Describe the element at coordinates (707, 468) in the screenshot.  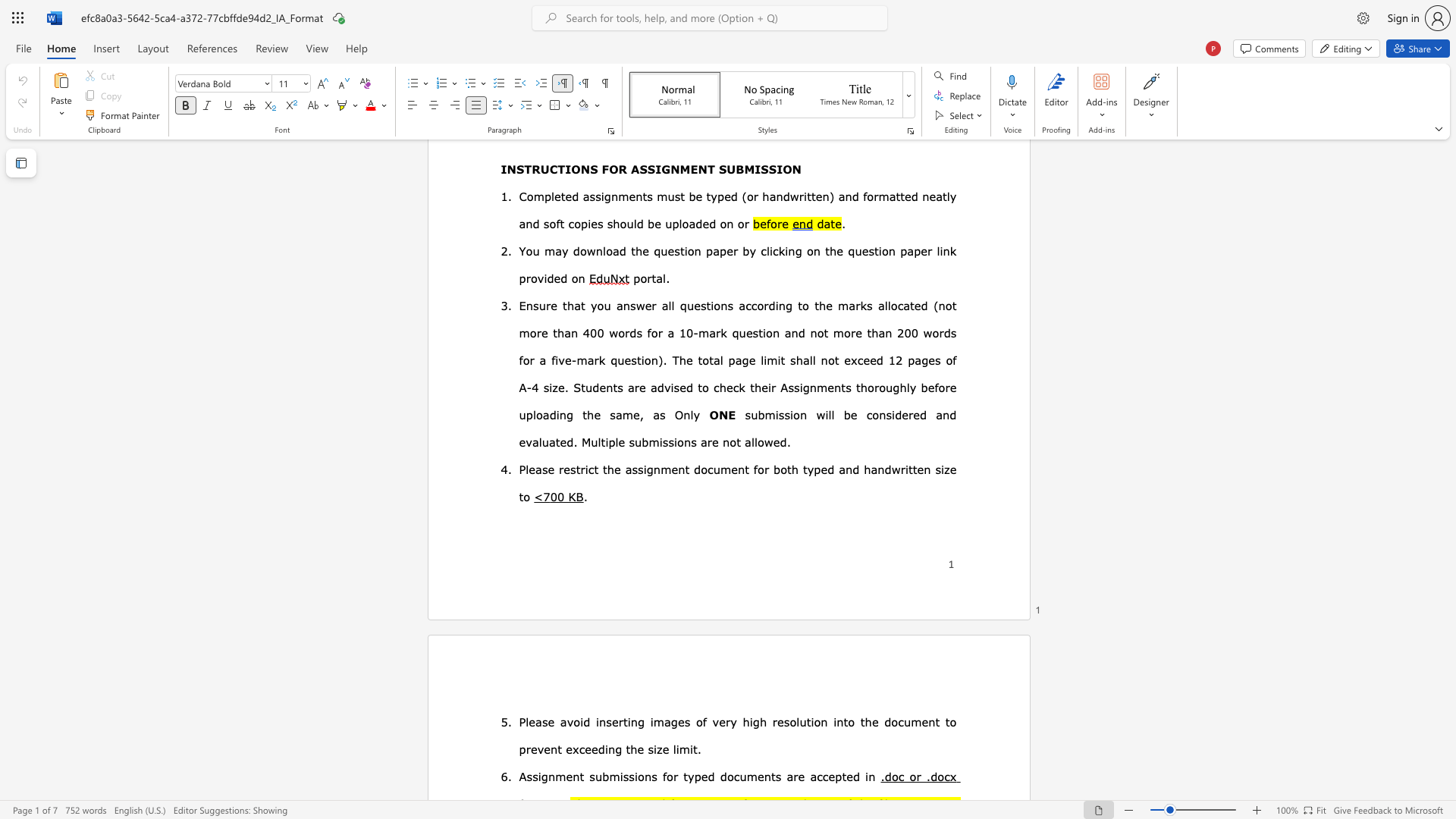
I see `the subset text "cumen" within the text "Please restrict the assignment document"` at that location.